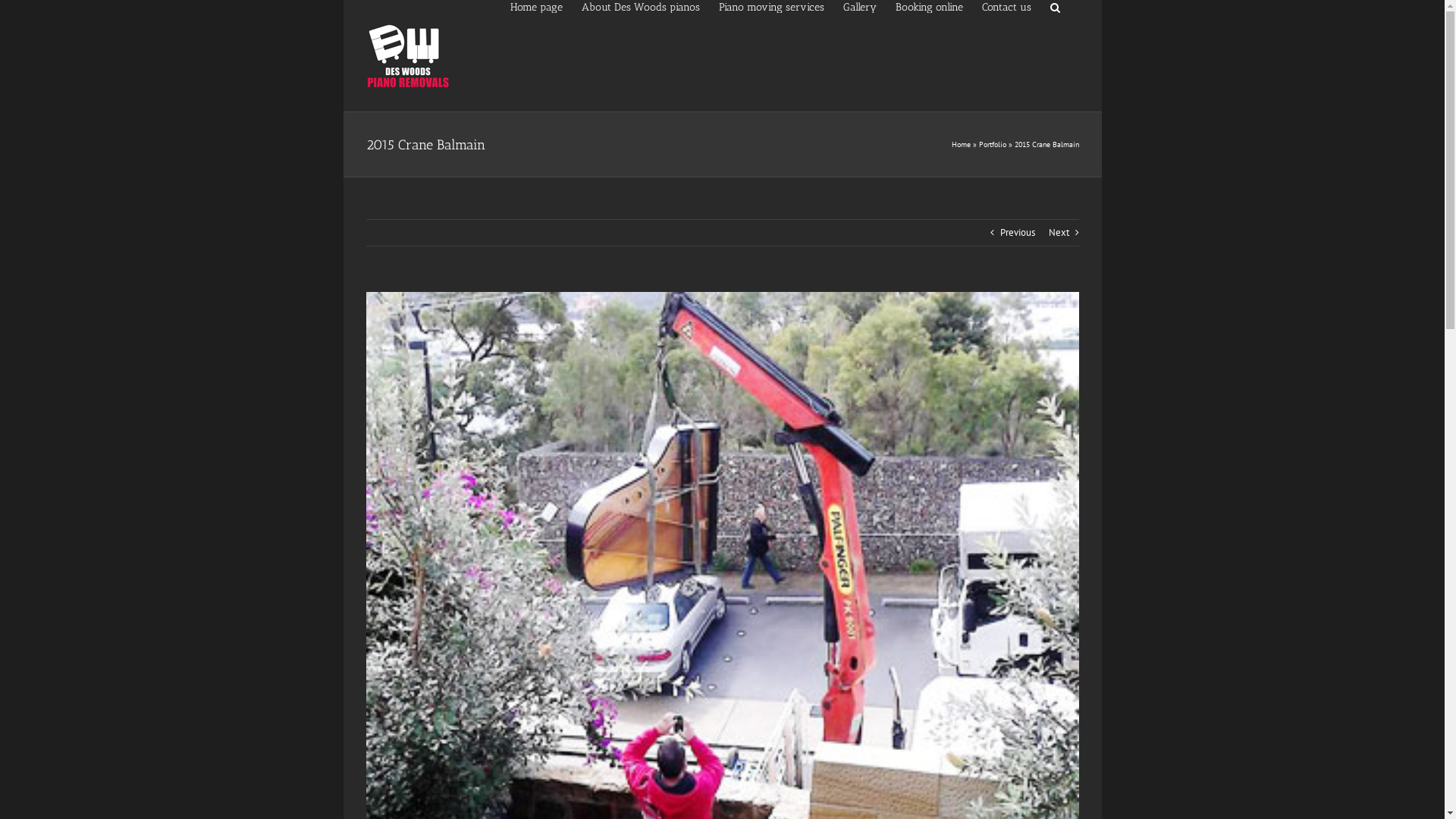 The image size is (1456, 819). What do you see at coordinates (1057, 233) in the screenshot?
I see `'Next'` at bounding box center [1057, 233].